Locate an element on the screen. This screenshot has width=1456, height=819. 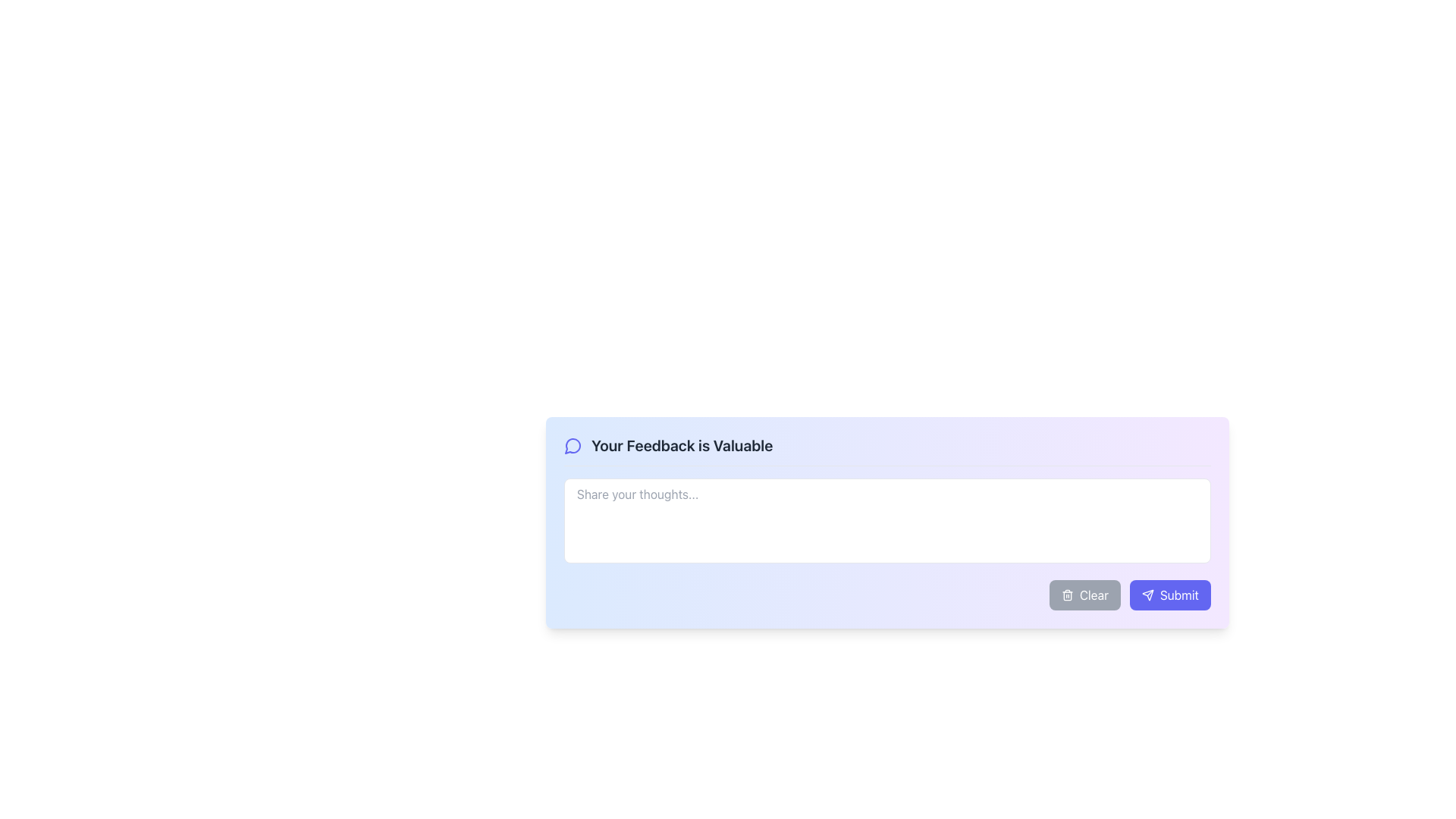
the trash can icon within the gray-colored 'Clear' button at the bottom-right of the feedback interface to clear the user input is located at coordinates (1066, 595).